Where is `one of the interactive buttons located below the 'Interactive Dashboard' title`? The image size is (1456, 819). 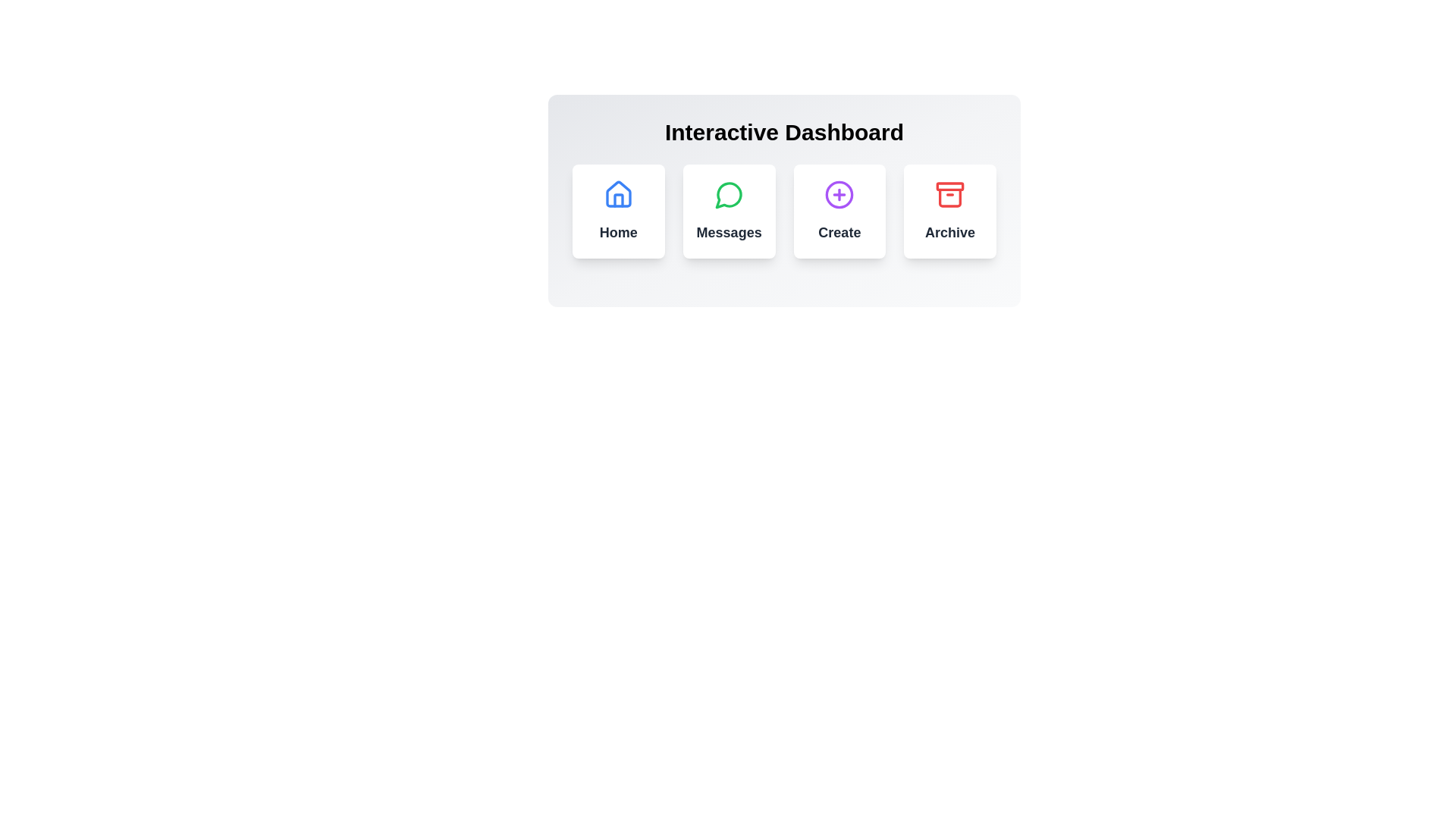
one of the interactive buttons located below the 'Interactive Dashboard' title is located at coordinates (784, 211).